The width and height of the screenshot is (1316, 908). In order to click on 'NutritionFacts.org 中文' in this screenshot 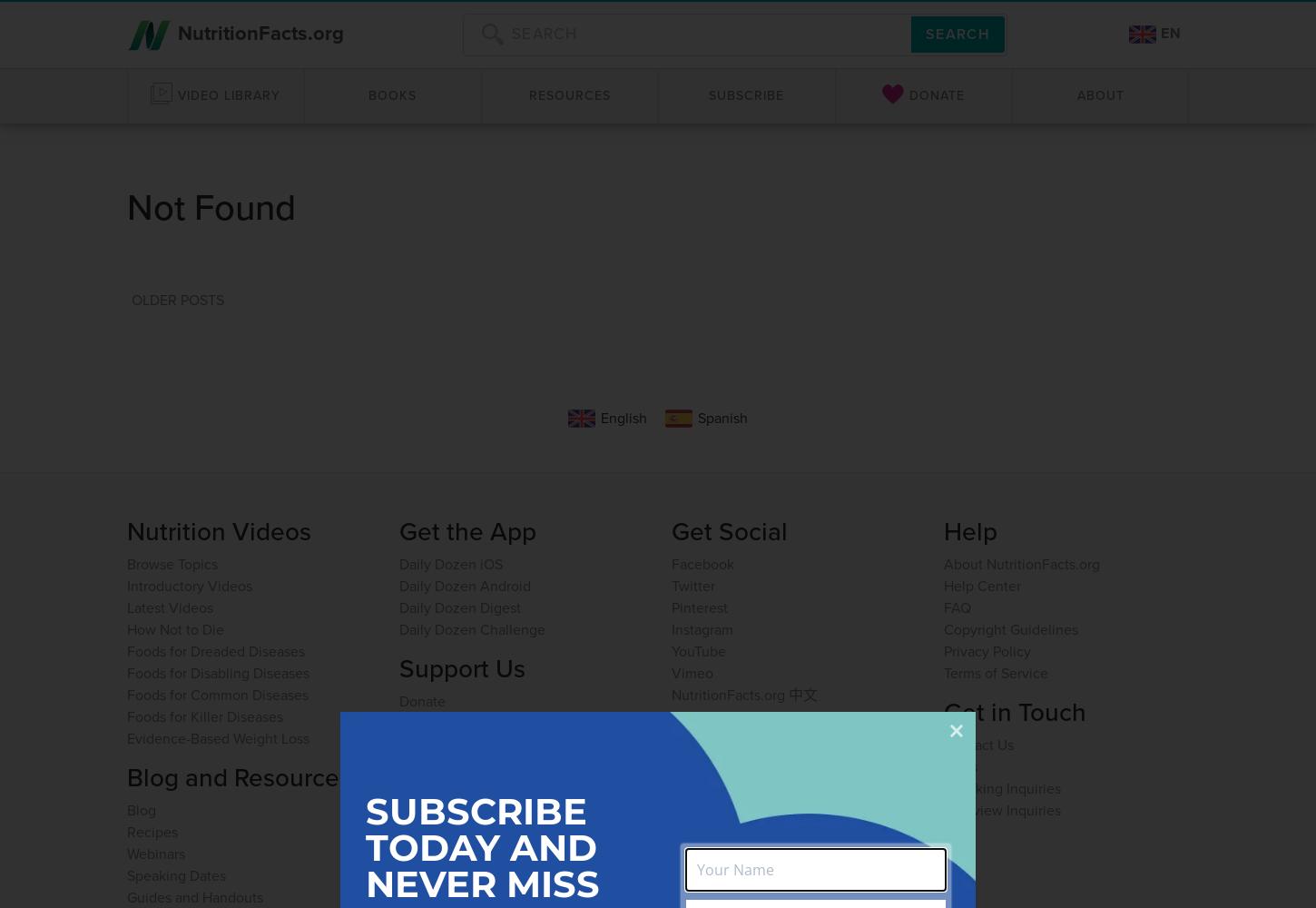, I will do `click(671, 694)`.